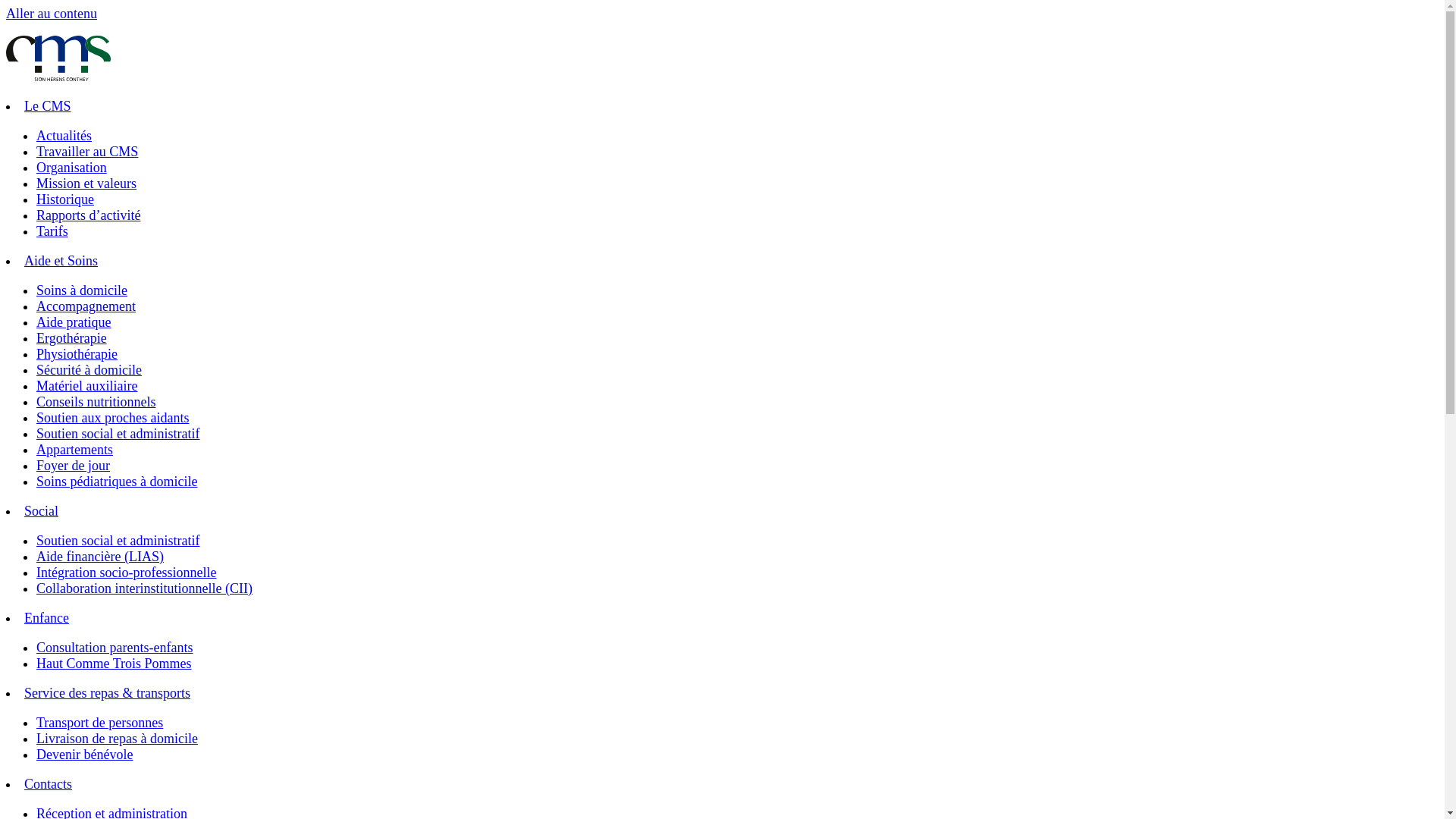 The width and height of the screenshot is (1456, 819). I want to click on 'Conseils nutritionnels', so click(95, 400).